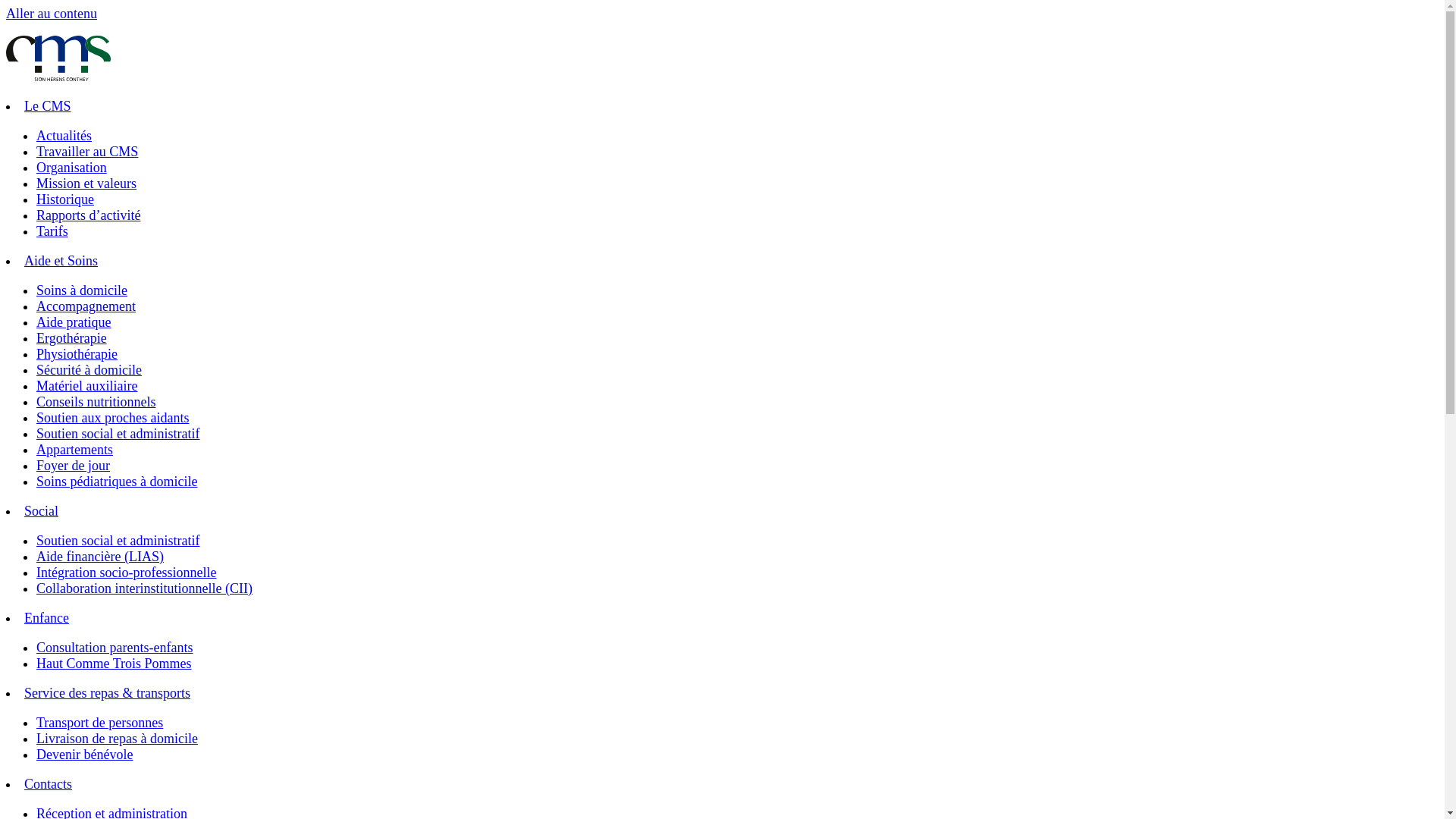 The width and height of the screenshot is (1456, 819). I want to click on 'Conseils nutritionnels', so click(95, 400).